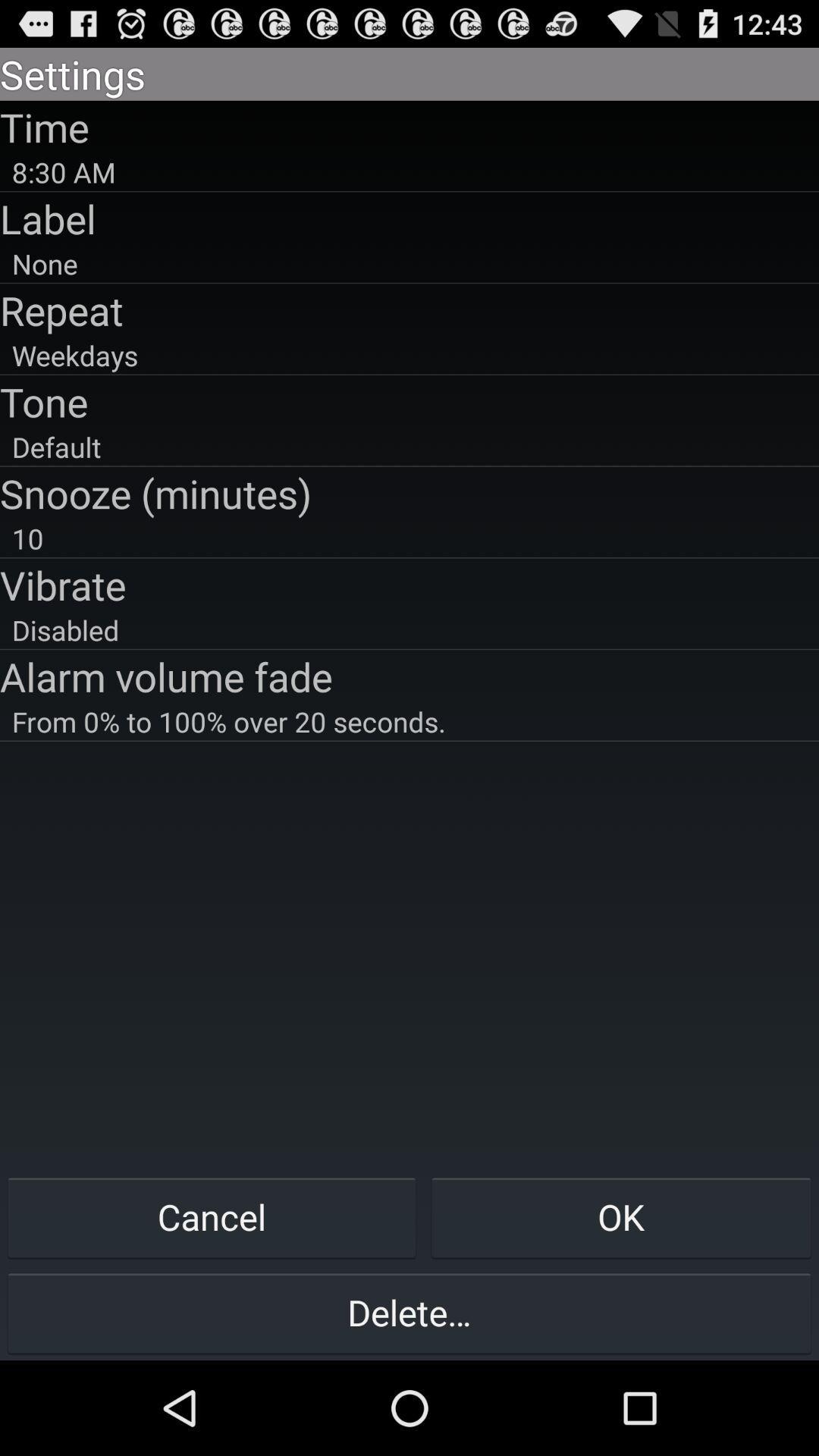  Describe the element at coordinates (409, 218) in the screenshot. I see `label` at that location.